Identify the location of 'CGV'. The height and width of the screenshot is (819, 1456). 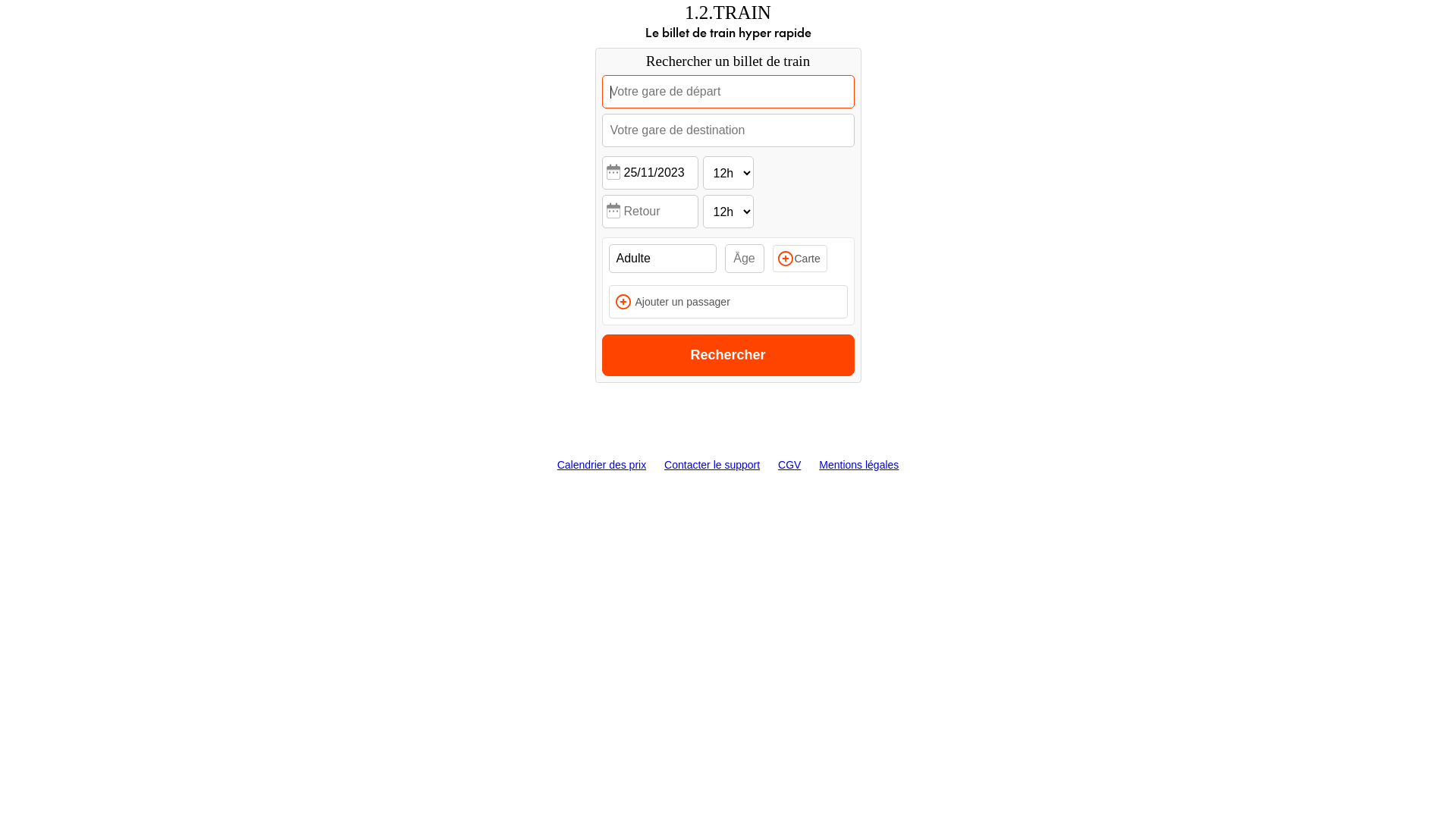
(789, 464).